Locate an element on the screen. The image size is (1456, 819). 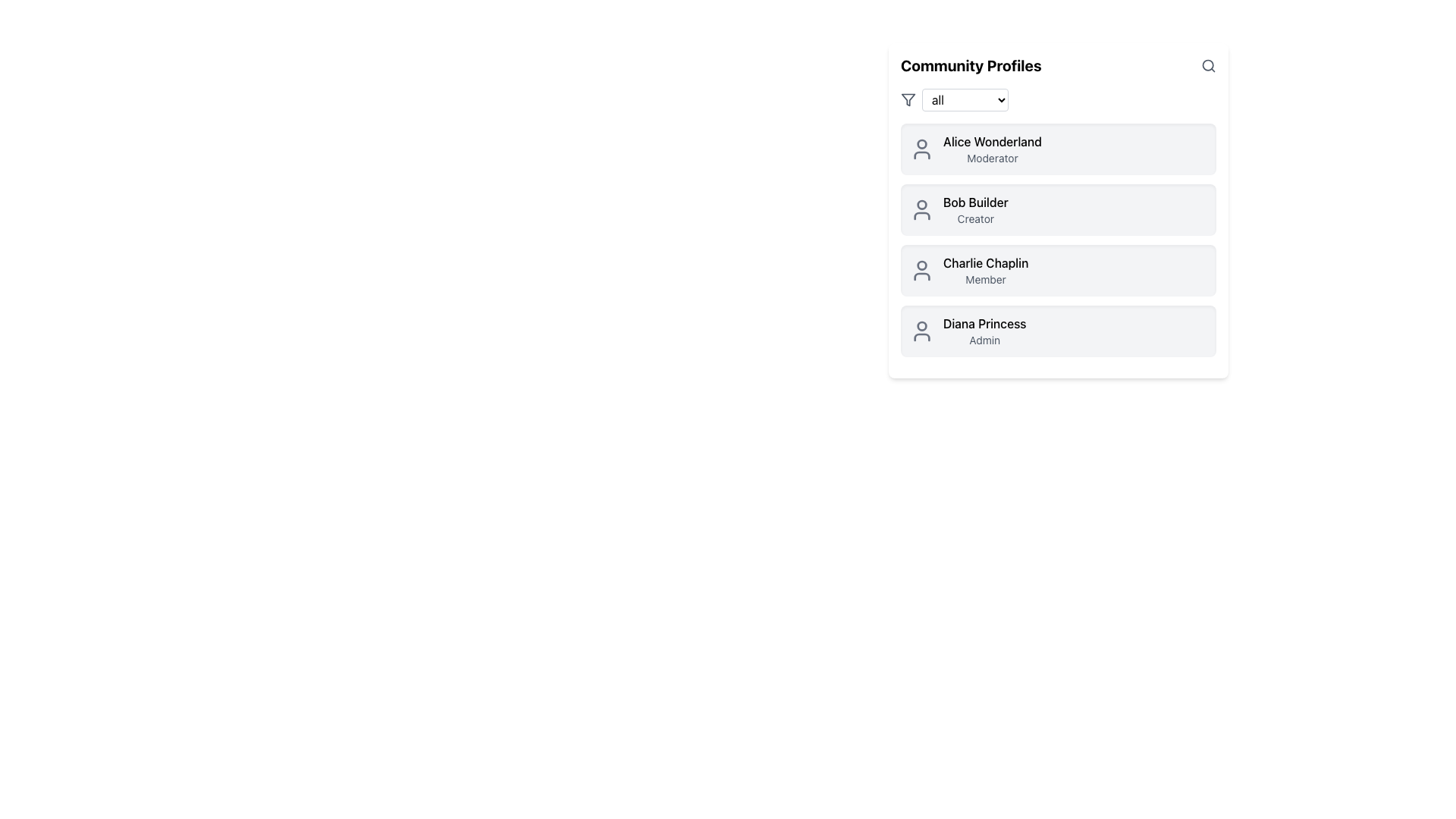
the lower portion of the user icon SVG, which represents the body silhouette of the profile icon adjacent to the list item with the text 'Charlie Chaplin' is located at coordinates (921, 277).